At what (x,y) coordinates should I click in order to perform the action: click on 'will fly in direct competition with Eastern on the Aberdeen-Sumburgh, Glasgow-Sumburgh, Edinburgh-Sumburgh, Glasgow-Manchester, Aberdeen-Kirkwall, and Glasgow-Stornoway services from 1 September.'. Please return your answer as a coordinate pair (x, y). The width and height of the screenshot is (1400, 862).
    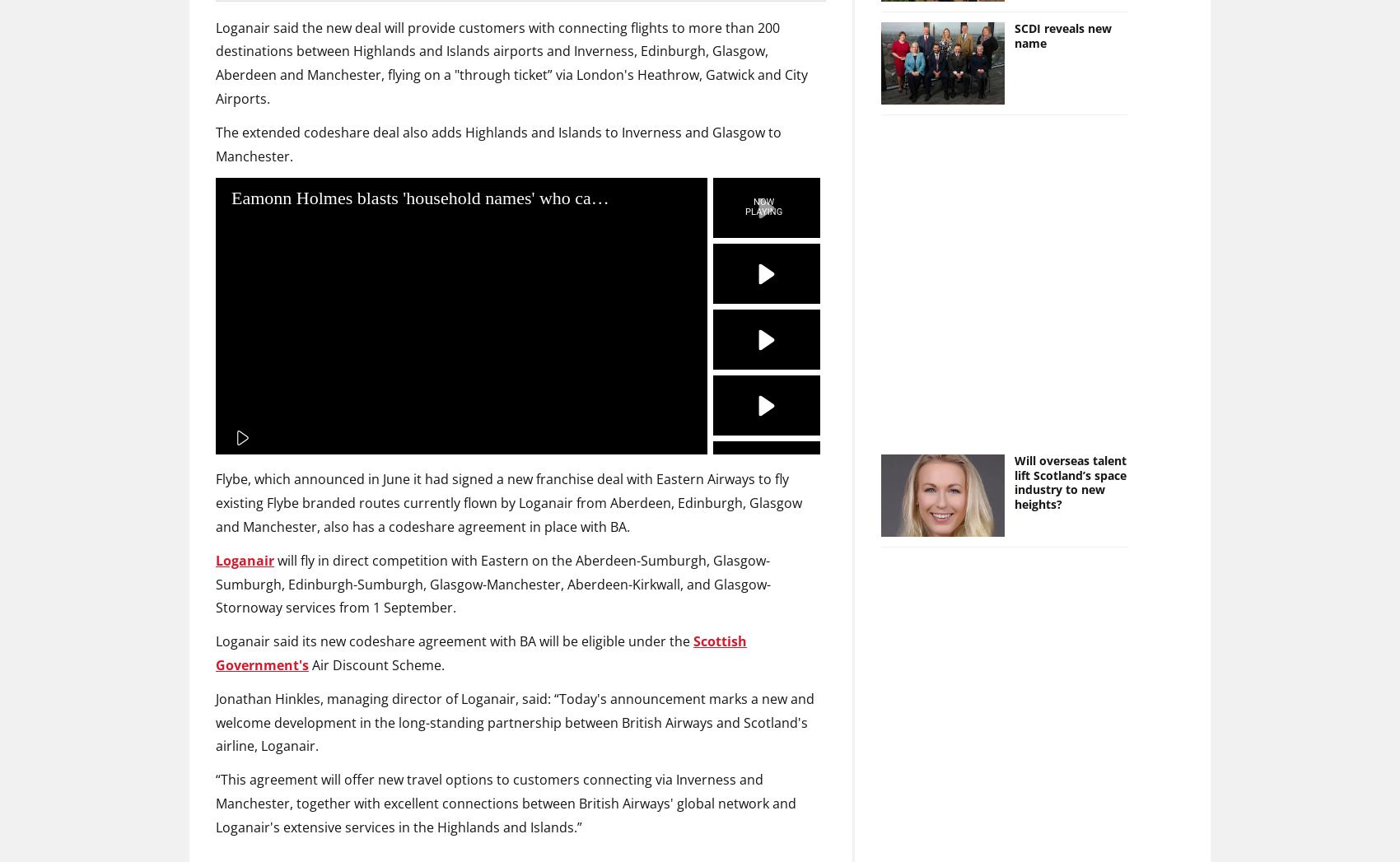
    Looking at the image, I should click on (492, 583).